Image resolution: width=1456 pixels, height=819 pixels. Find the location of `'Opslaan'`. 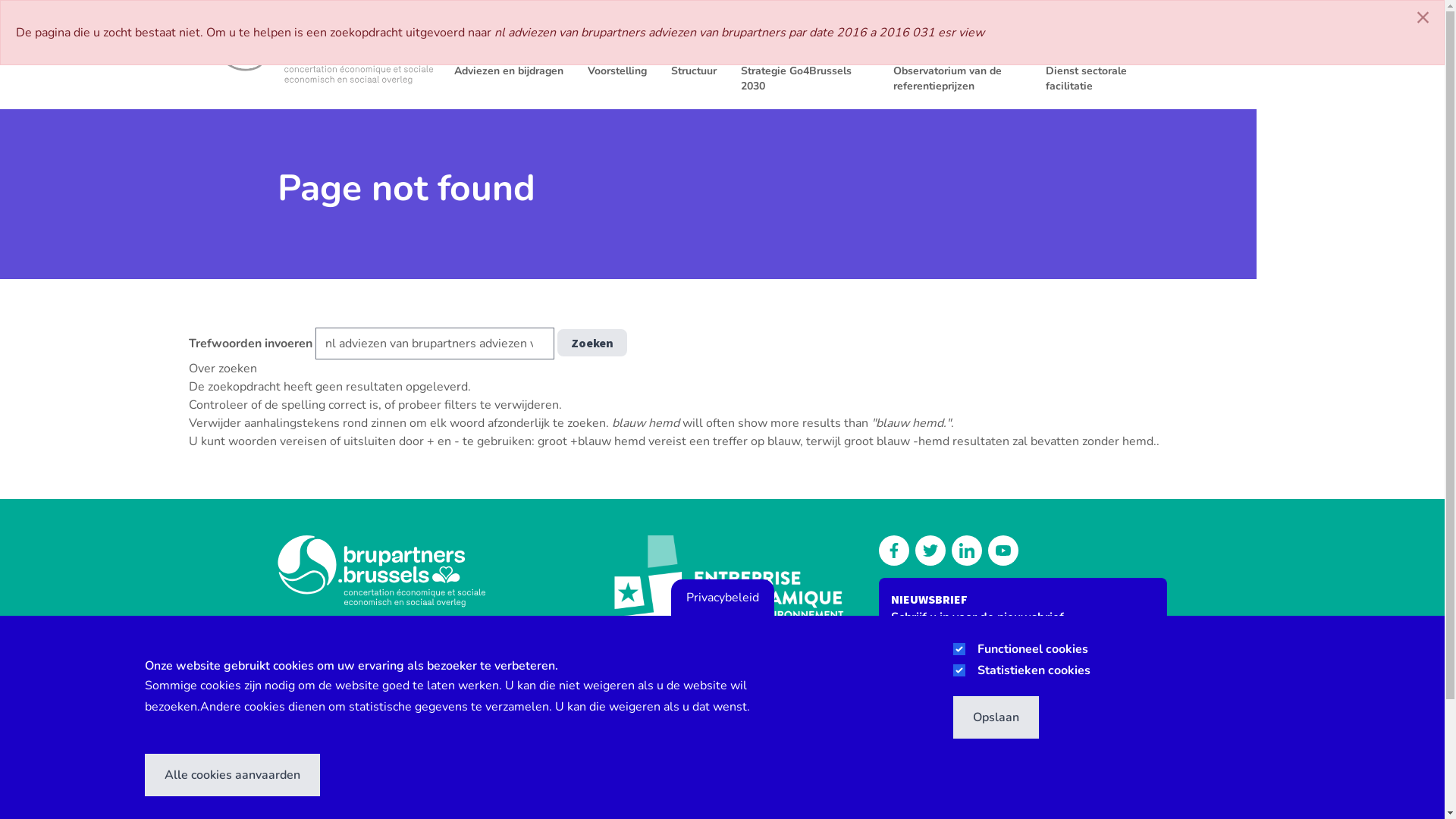

'Opslaan' is located at coordinates (952, 717).